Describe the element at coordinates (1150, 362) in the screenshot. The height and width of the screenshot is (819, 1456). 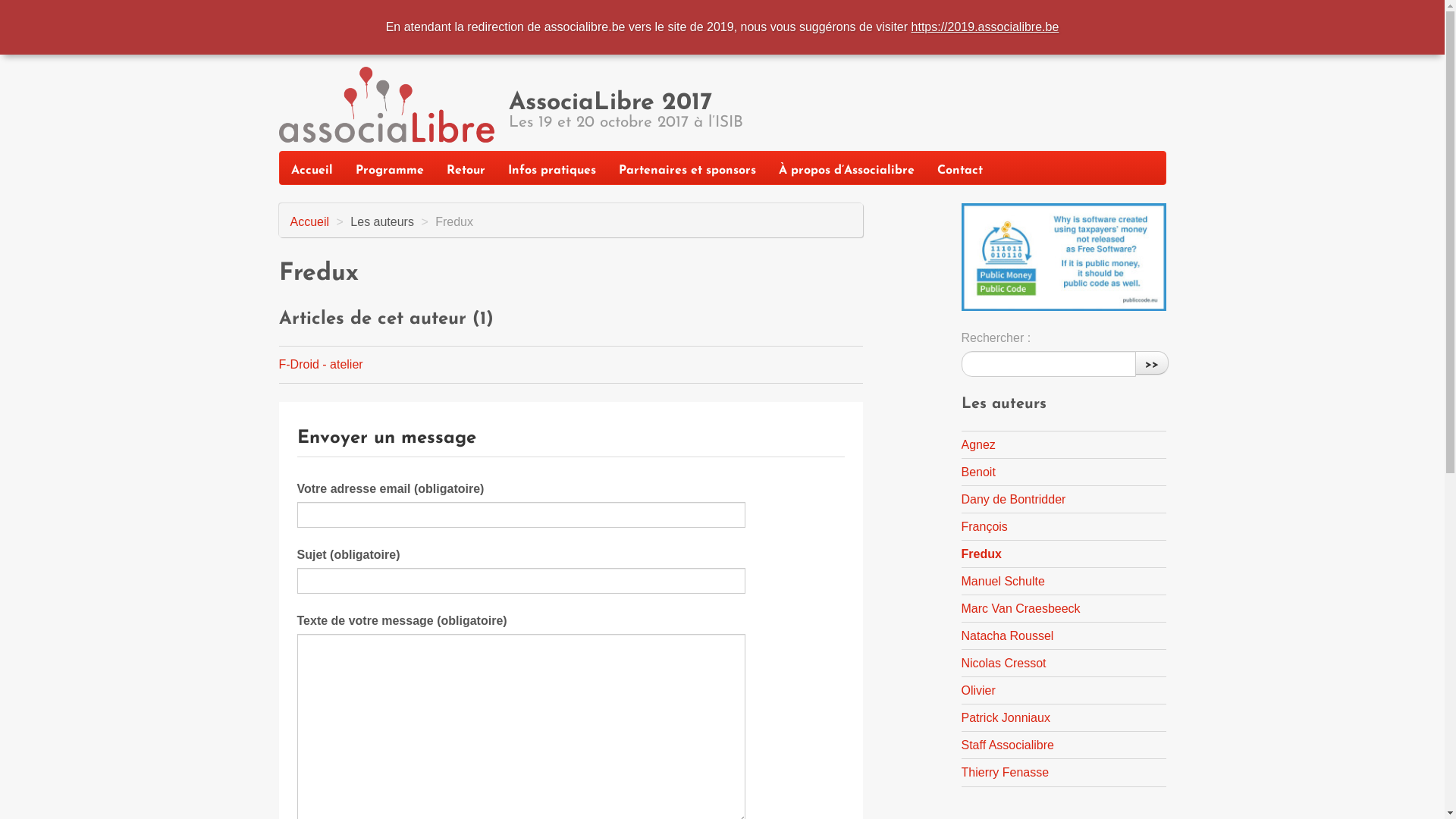
I see `'>>'` at that location.